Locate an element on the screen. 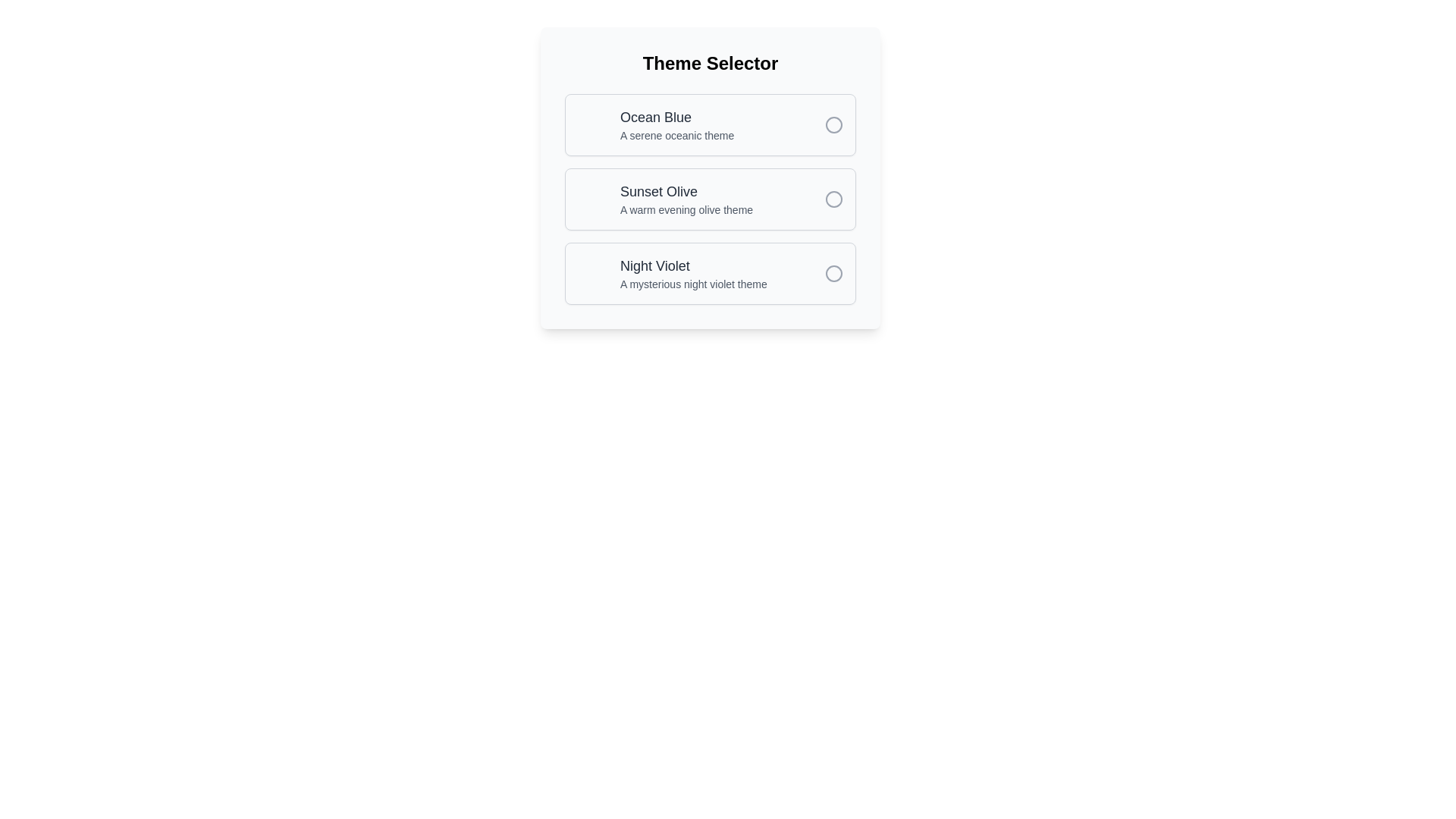 The image size is (1456, 819). the 'Night Violet' theme option in the Theme Selector list is located at coordinates (709, 274).